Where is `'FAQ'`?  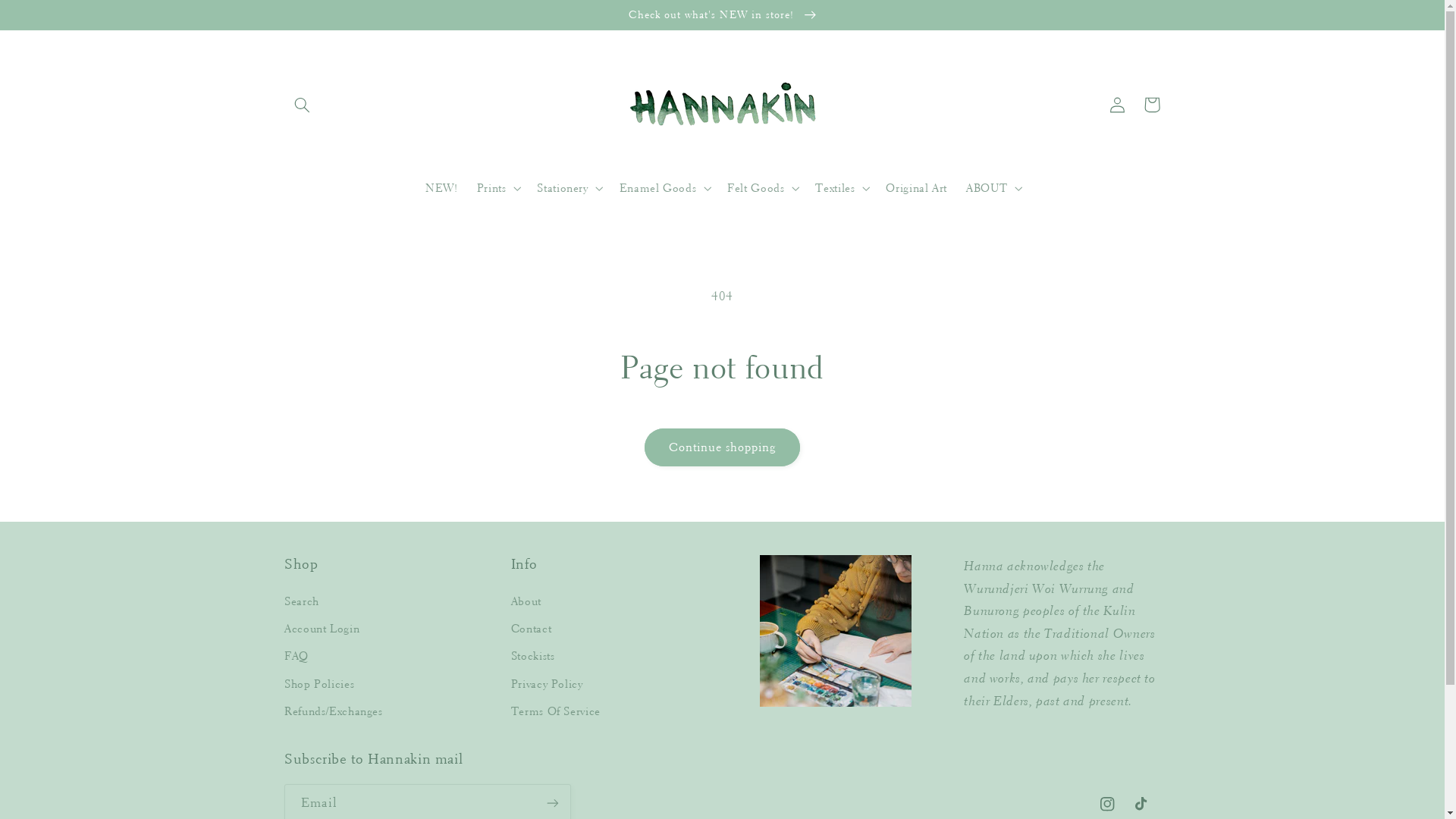 'FAQ' is located at coordinates (296, 656).